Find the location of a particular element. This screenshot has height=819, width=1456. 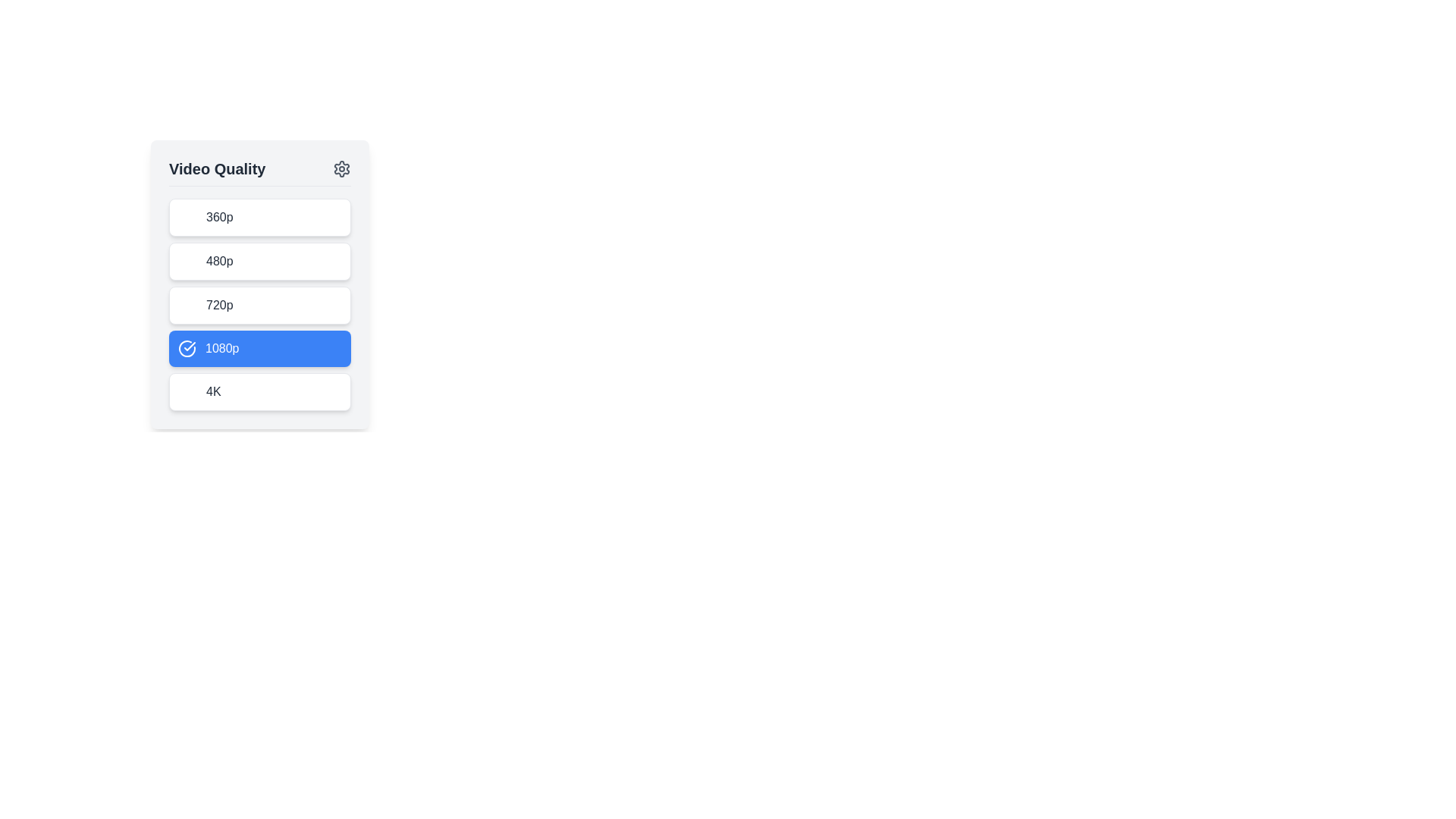

the bold text label reading 'Video Quality', which is prominently displayed at the top of a section containing video quality options is located at coordinates (216, 169).